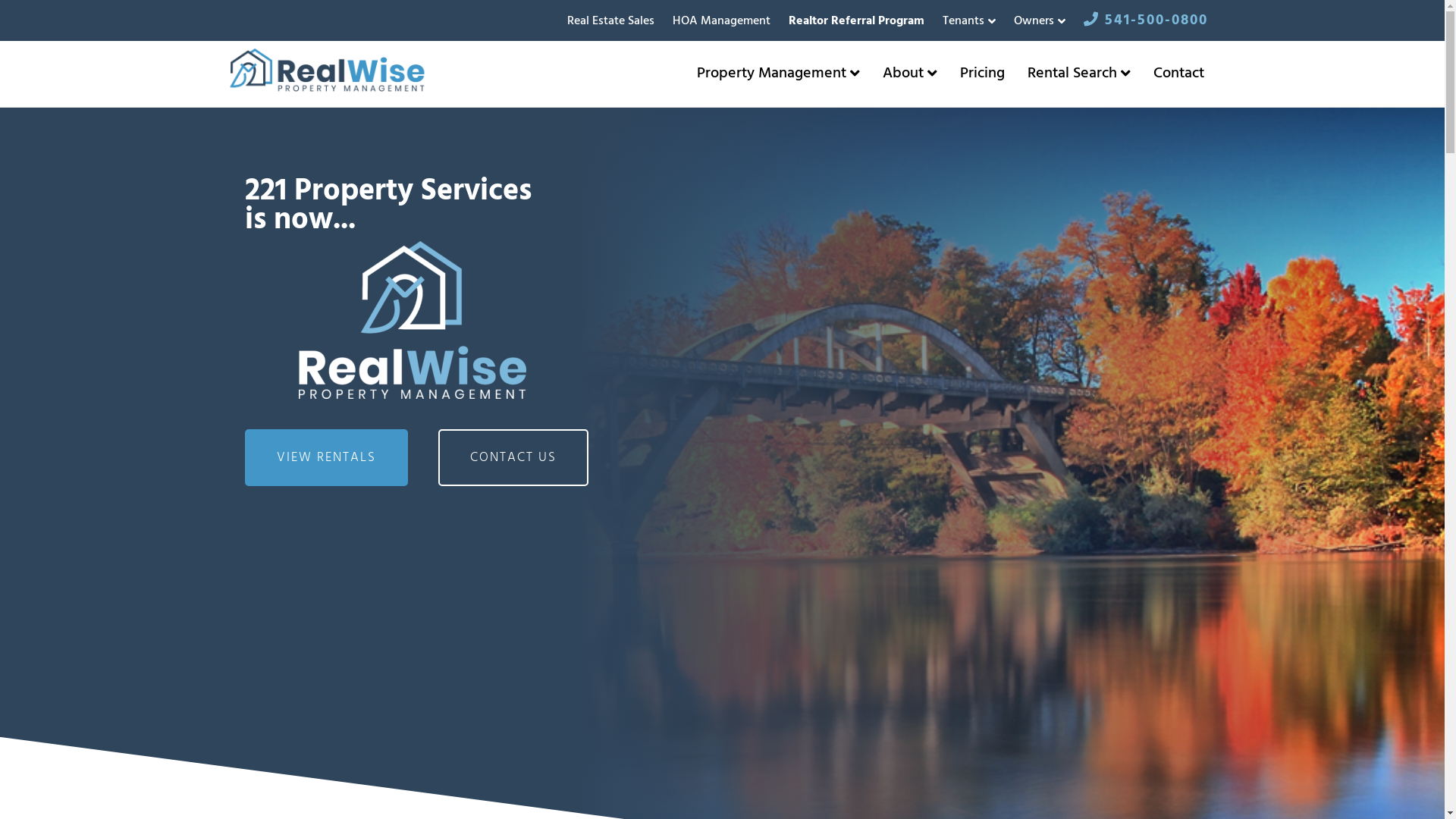 The height and width of the screenshot is (819, 1456). I want to click on 'Rental Search', so click(1078, 73).